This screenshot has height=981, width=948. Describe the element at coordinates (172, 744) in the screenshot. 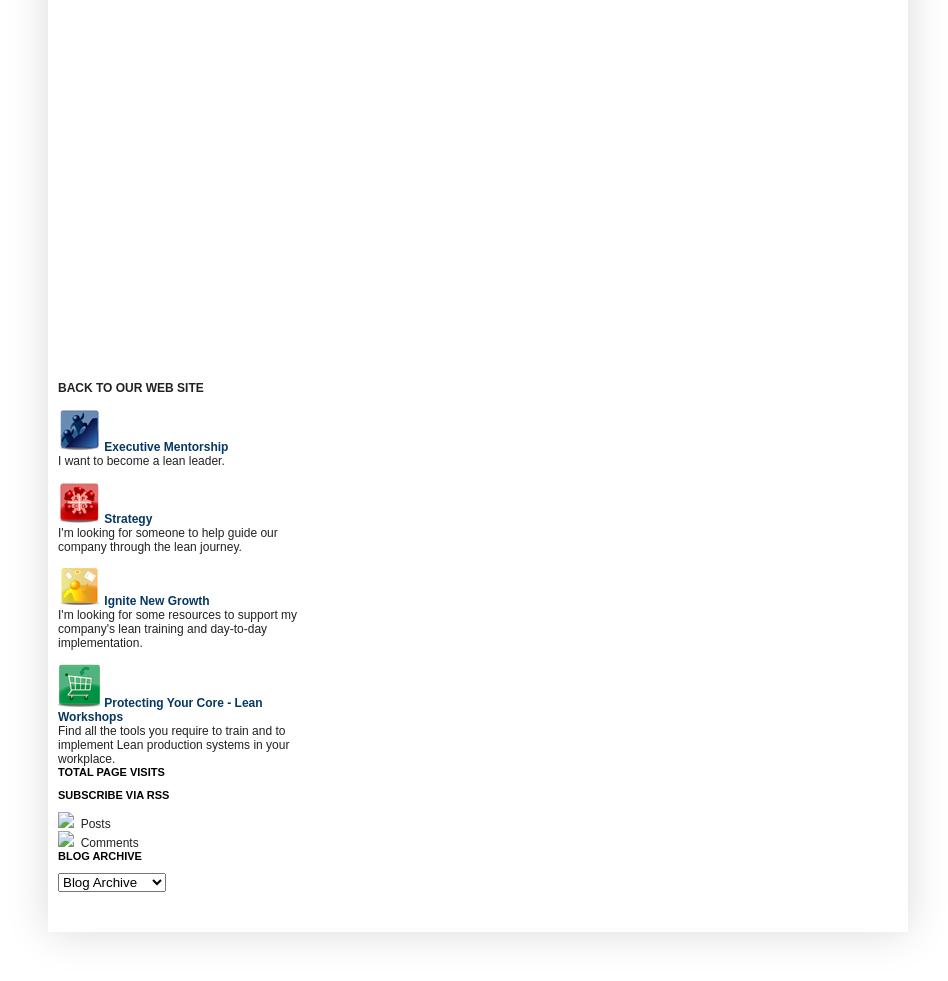

I see `'Find all the tools you require to train and to implement Lean production systems in your workplace.'` at that location.